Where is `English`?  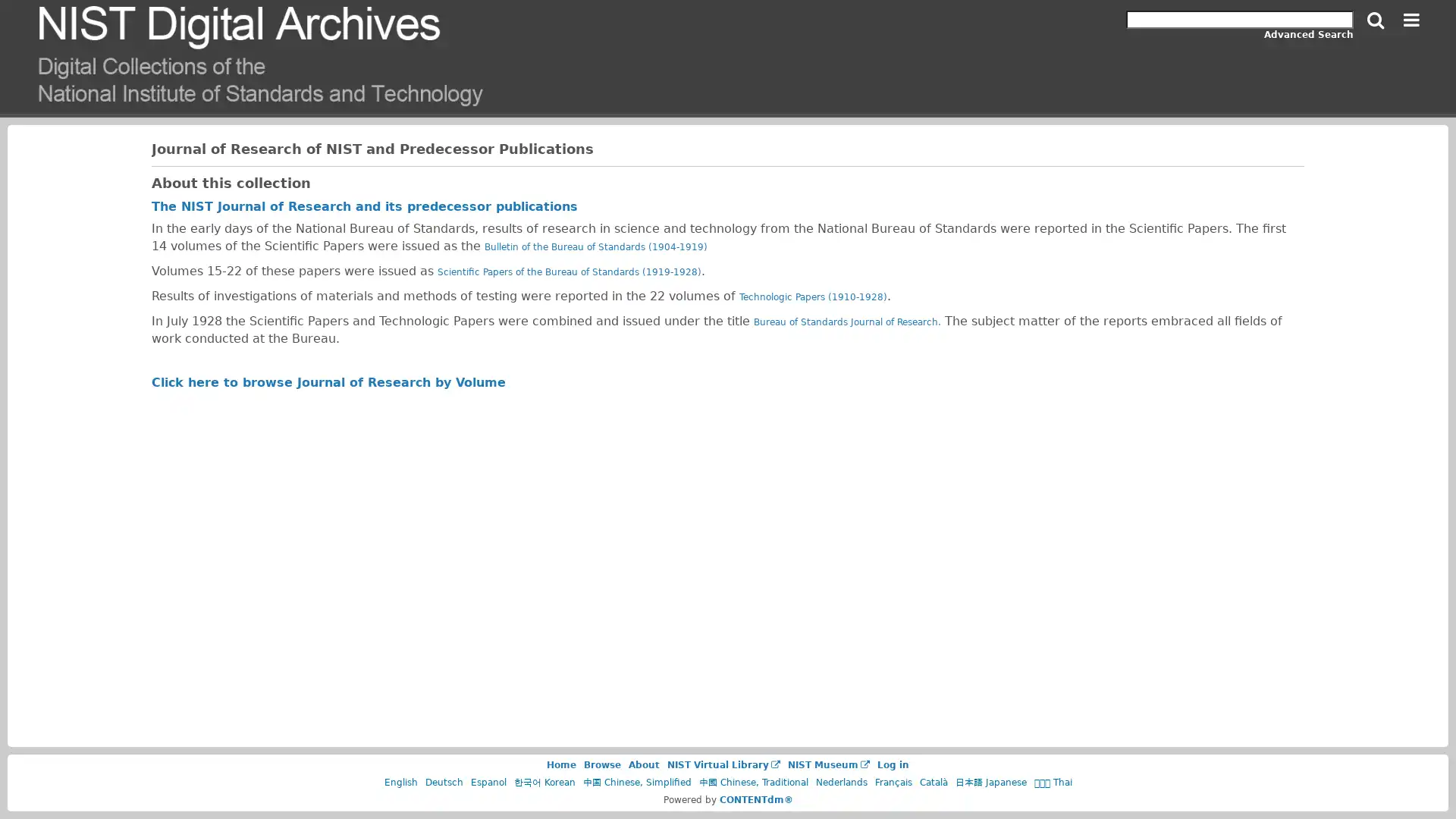
English is located at coordinates (400, 783).